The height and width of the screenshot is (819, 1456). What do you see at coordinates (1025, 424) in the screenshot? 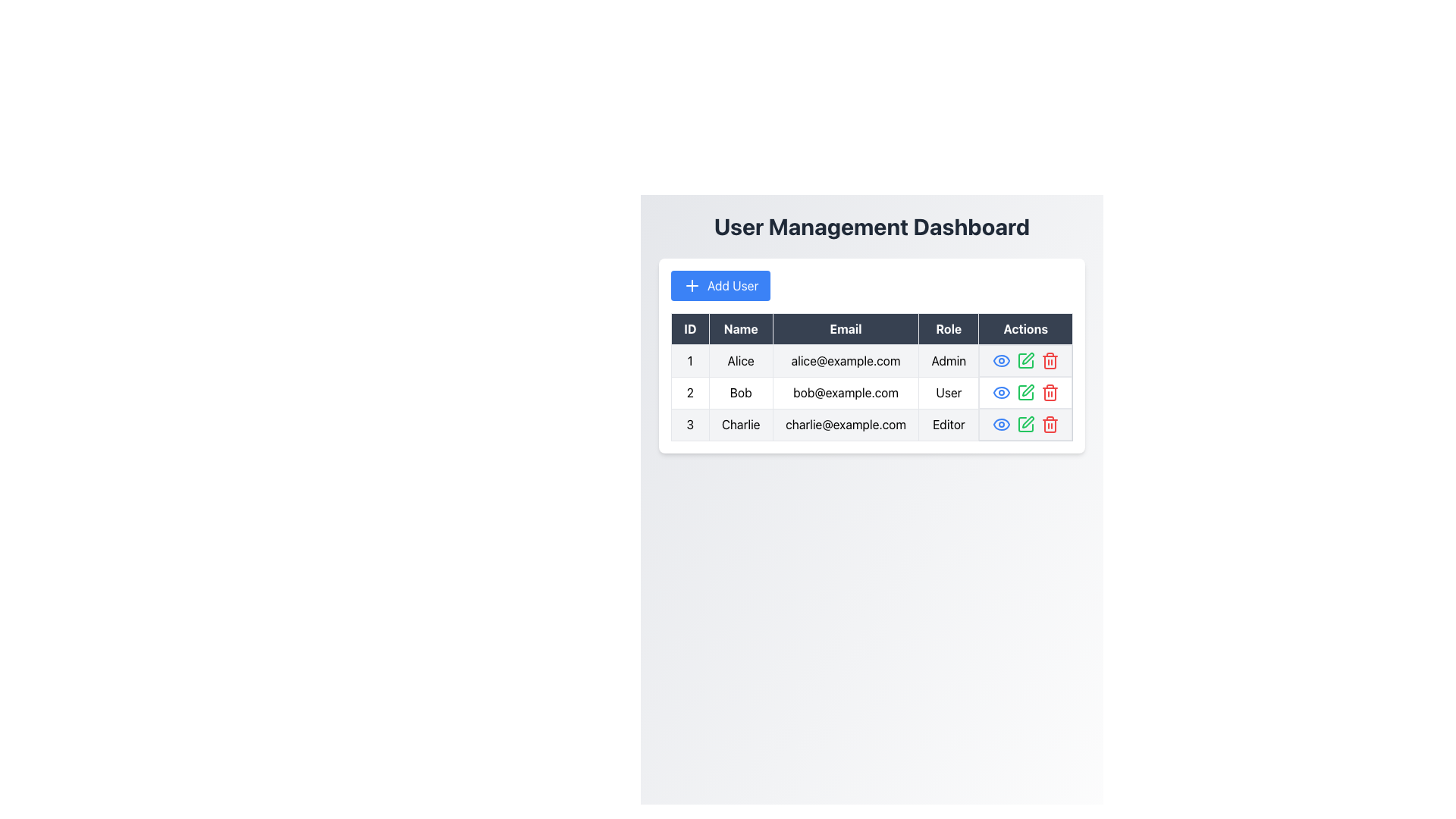
I see `the interactive icon button in the 'Actions' column of the third row for the user 'Charlie' to initiate editing` at bounding box center [1025, 424].